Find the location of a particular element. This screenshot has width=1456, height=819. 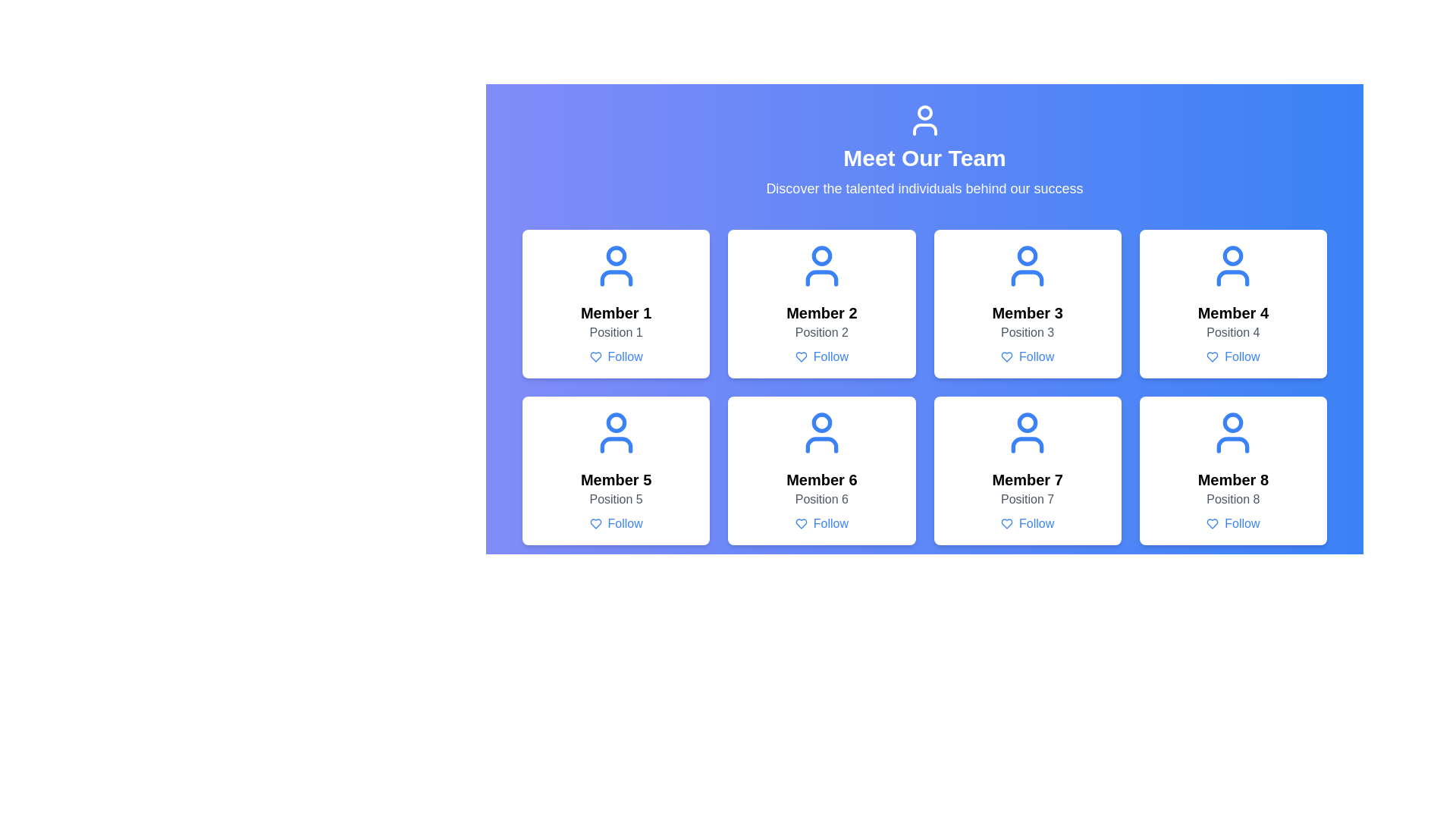

the card UI element labeled 'Member 3' which includes a blue button 'Follow' and a user icon in blue is located at coordinates (1028, 304).